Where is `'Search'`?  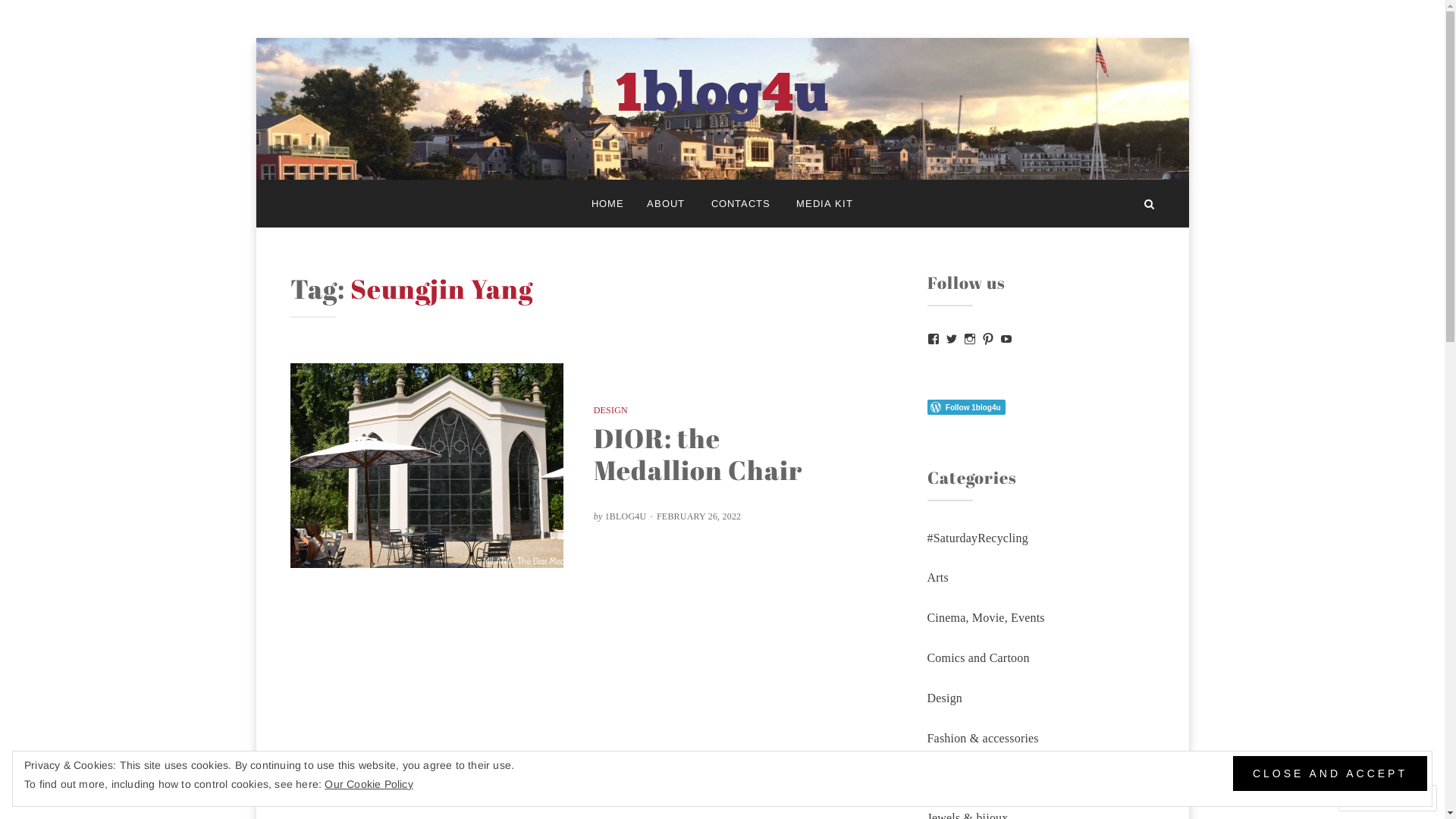 'Search' is located at coordinates (1149, 202).